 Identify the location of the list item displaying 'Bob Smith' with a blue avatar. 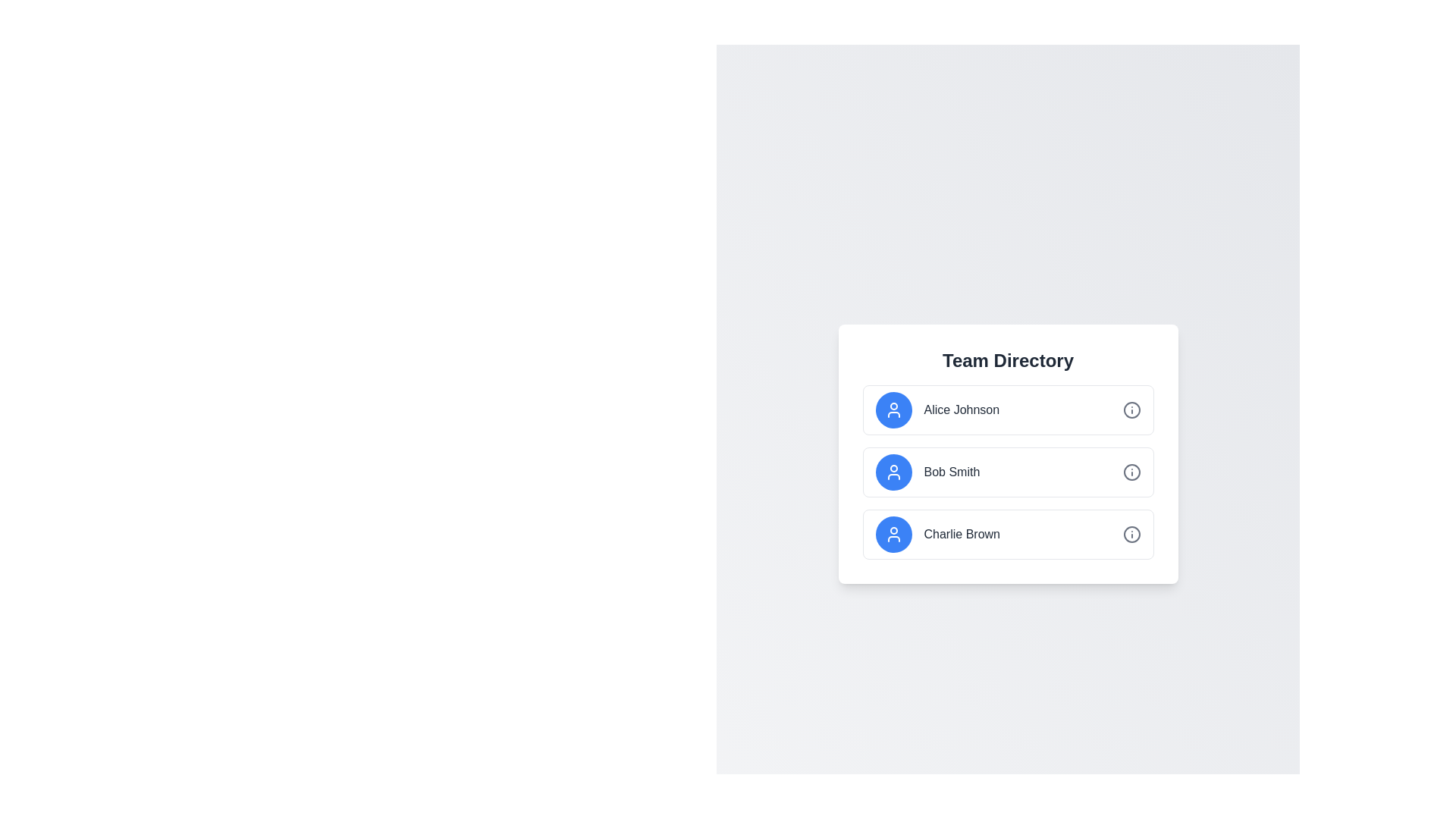
(927, 472).